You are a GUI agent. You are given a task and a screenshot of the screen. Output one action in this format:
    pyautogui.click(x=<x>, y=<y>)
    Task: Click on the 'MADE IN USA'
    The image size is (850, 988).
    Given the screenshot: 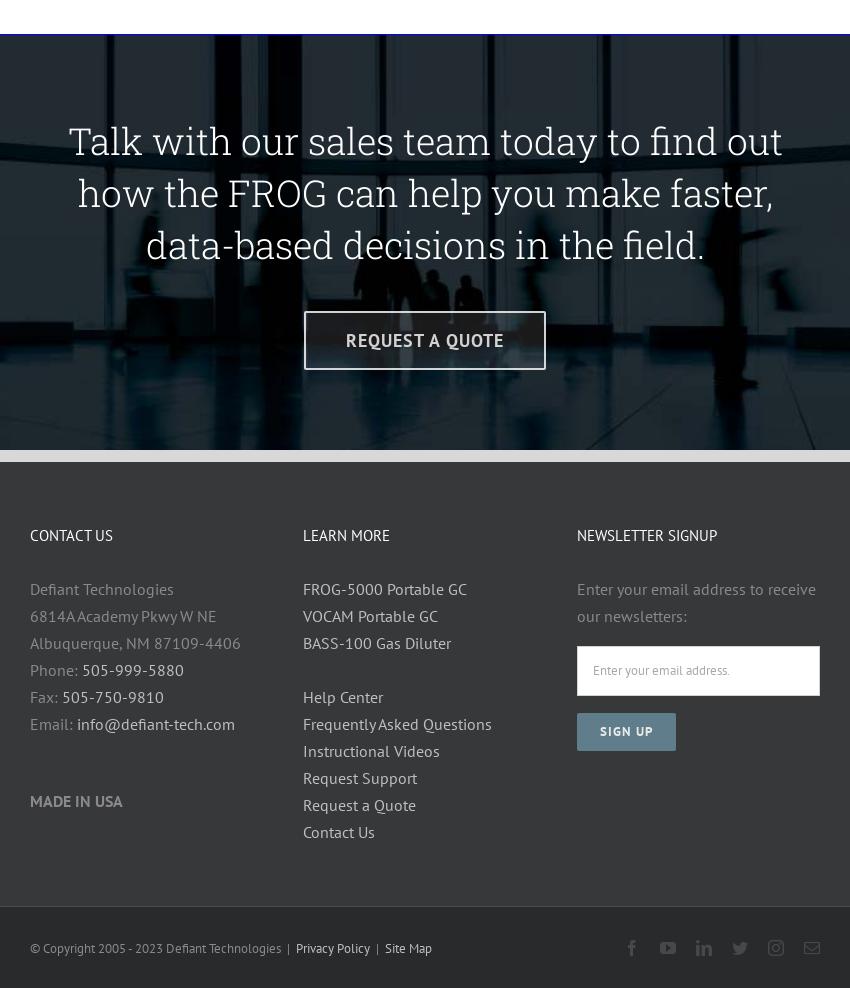 What is the action you would take?
    pyautogui.click(x=29, y=798)
    